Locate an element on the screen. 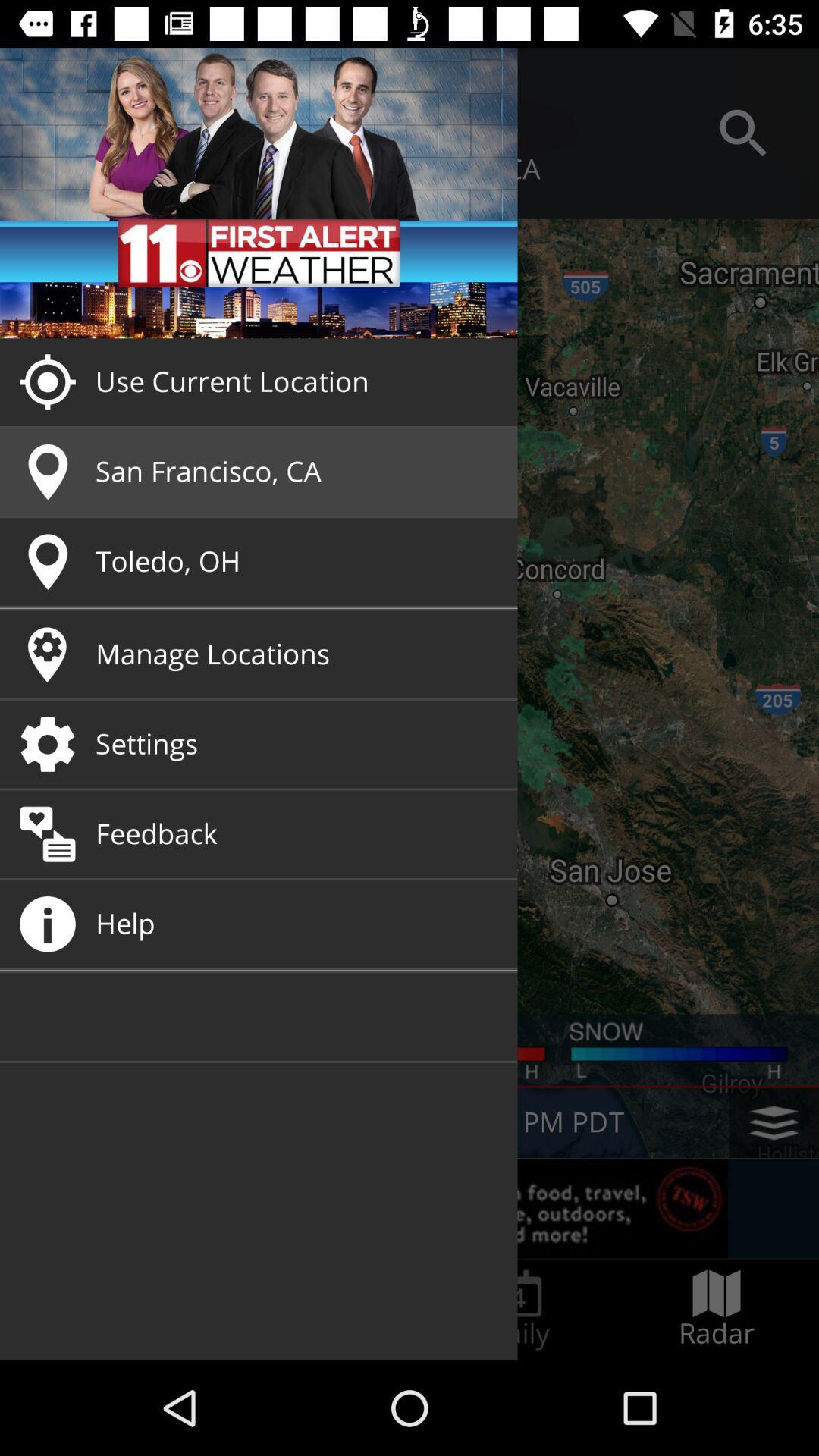 This screenshot has width=819, height=1456. the search button at top right is located at coordinates (742, 133).